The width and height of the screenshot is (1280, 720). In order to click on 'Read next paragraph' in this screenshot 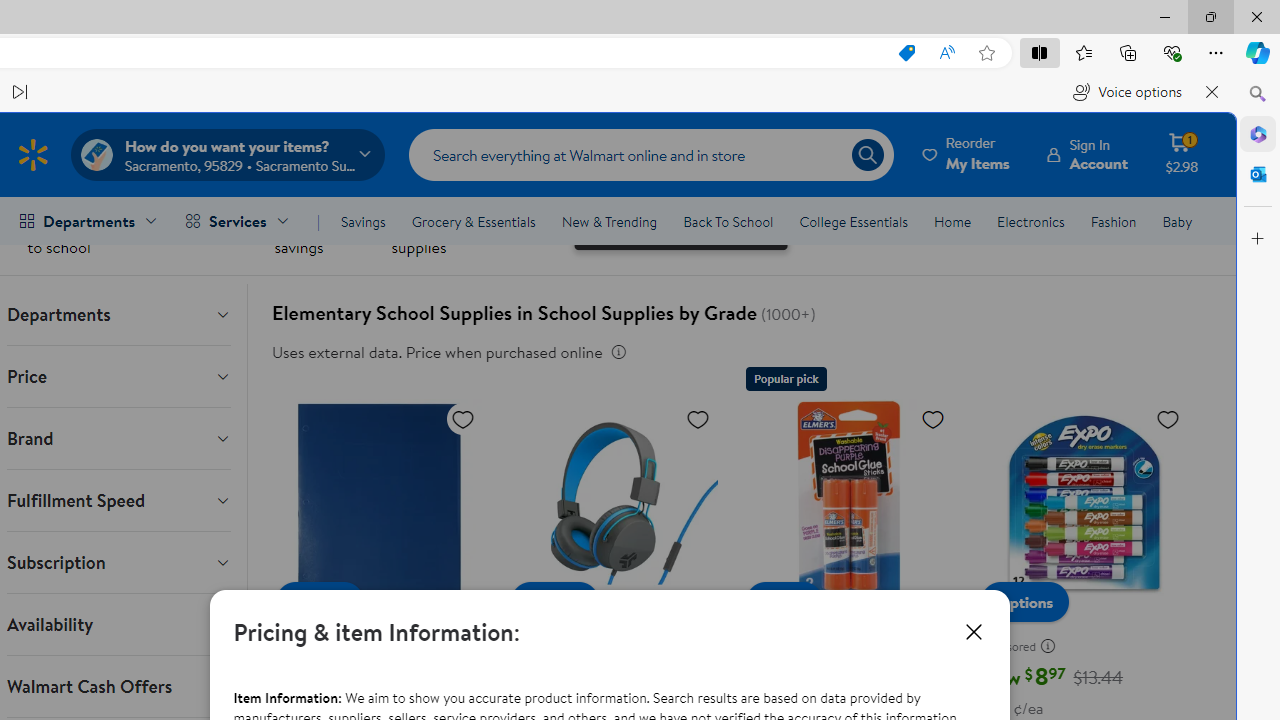, I will do `click(19, 92)`.